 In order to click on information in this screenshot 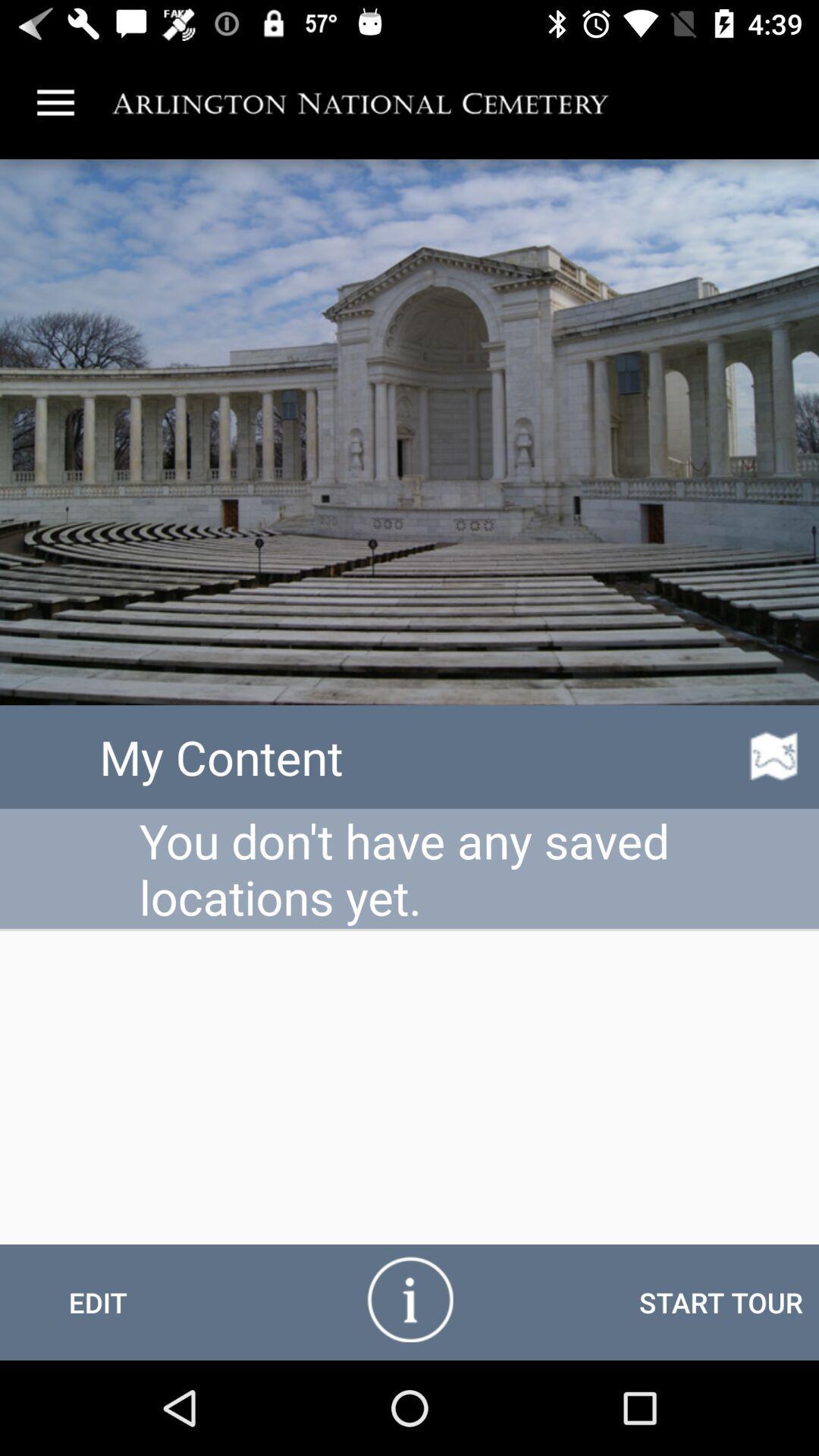, I will do `click(409, 1298)`.